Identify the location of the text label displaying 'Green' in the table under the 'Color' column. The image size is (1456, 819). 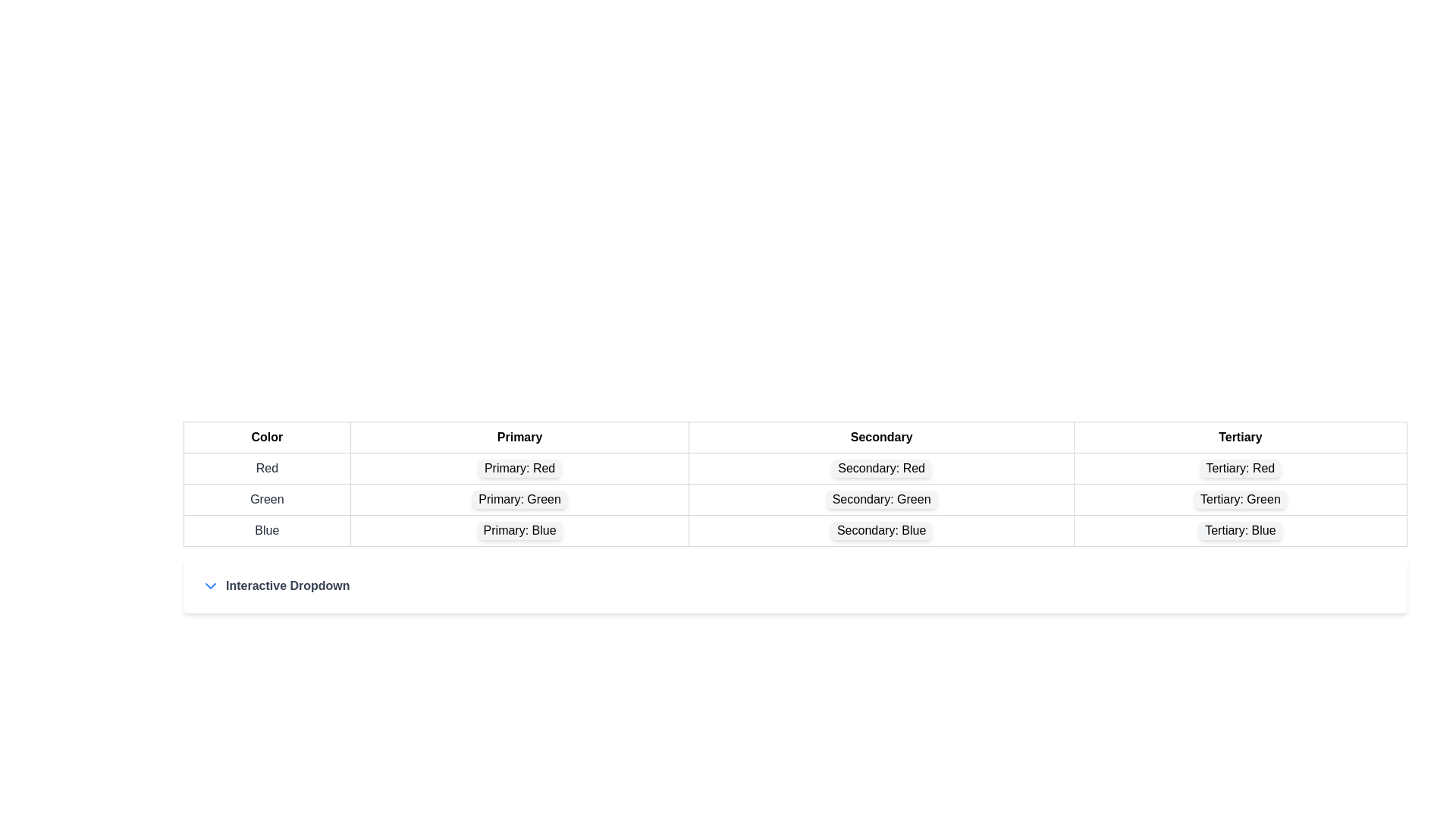
(267, 500).